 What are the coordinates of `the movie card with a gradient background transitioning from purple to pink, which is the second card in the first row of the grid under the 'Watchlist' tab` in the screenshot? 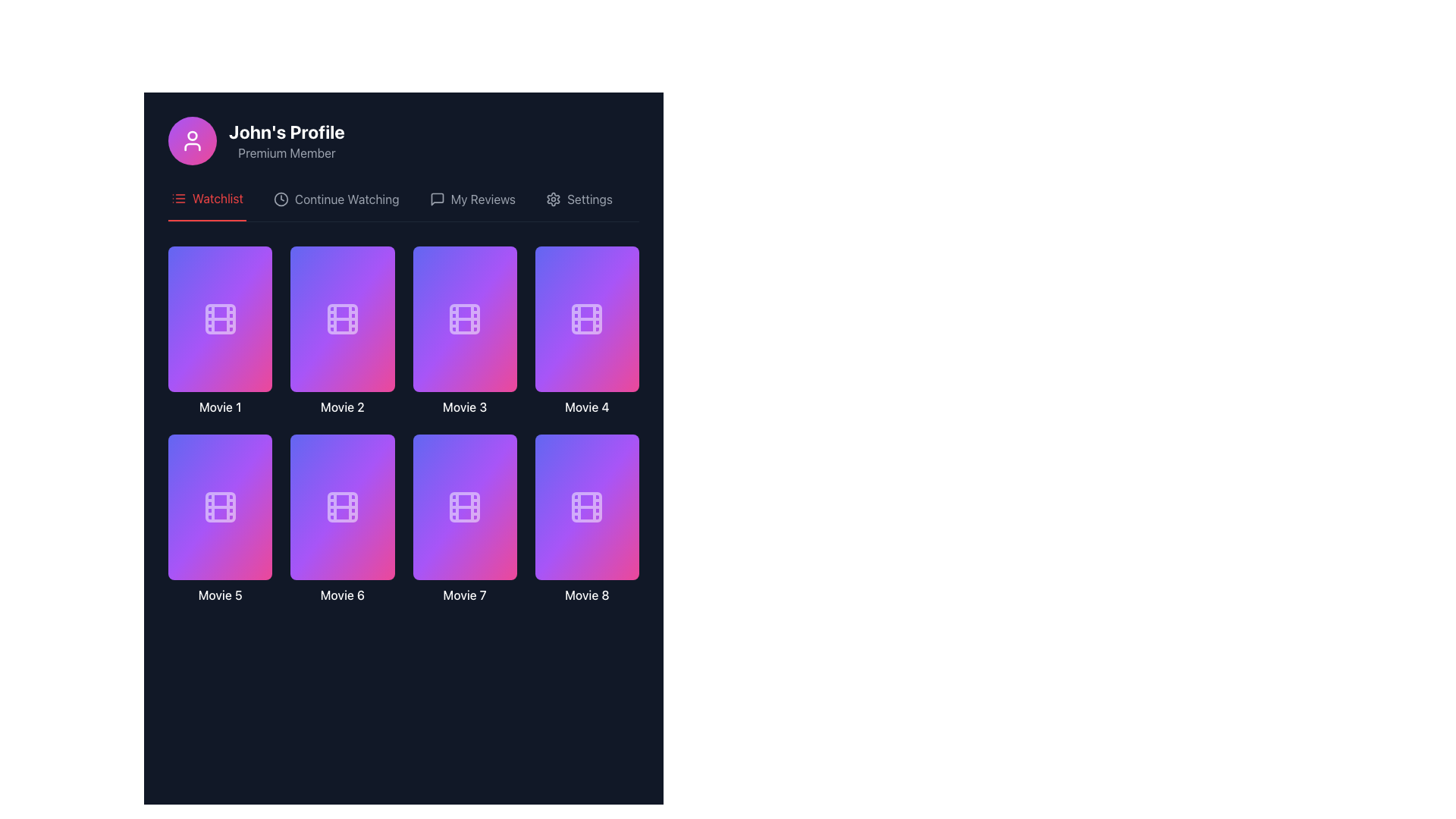 It's located at (341, 330).